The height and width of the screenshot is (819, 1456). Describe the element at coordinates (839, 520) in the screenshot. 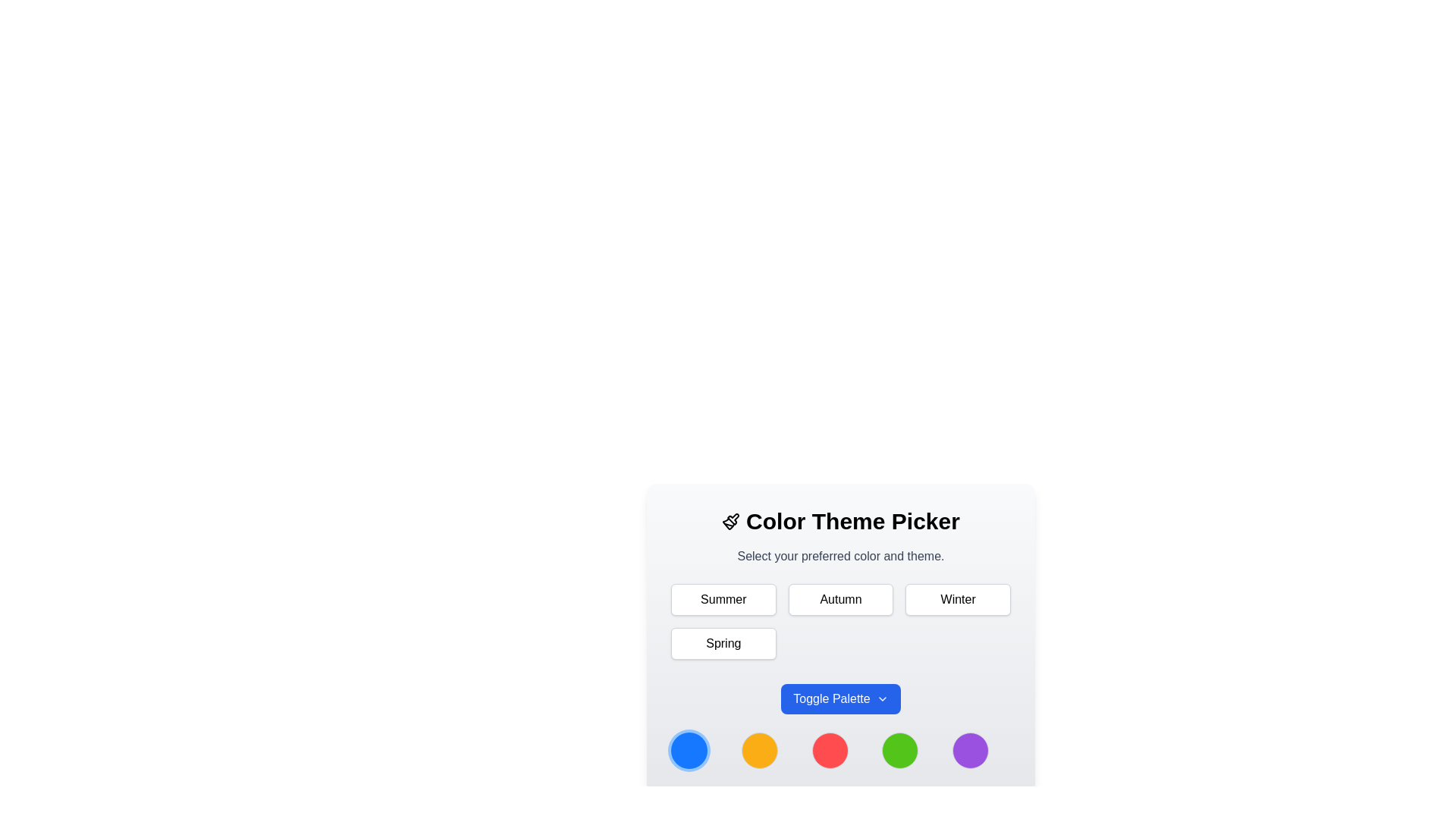

I see `the bold heading element that introduces the 'Color Theme Picker' feature for possible interaction` at that location.